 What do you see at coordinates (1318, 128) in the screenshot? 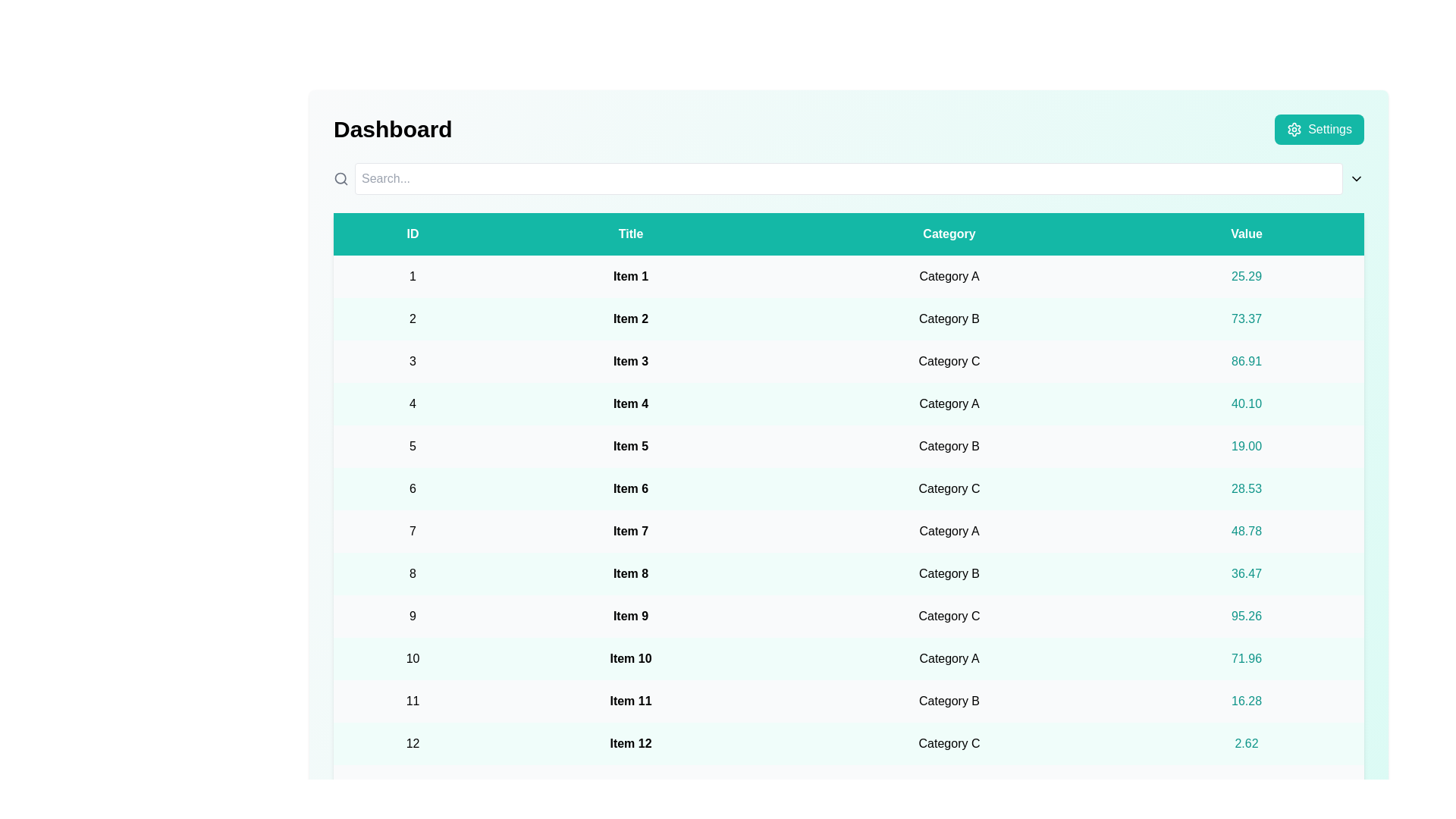
I see `the 'Settings' button located in the header` at bounding box center [1318, 128].